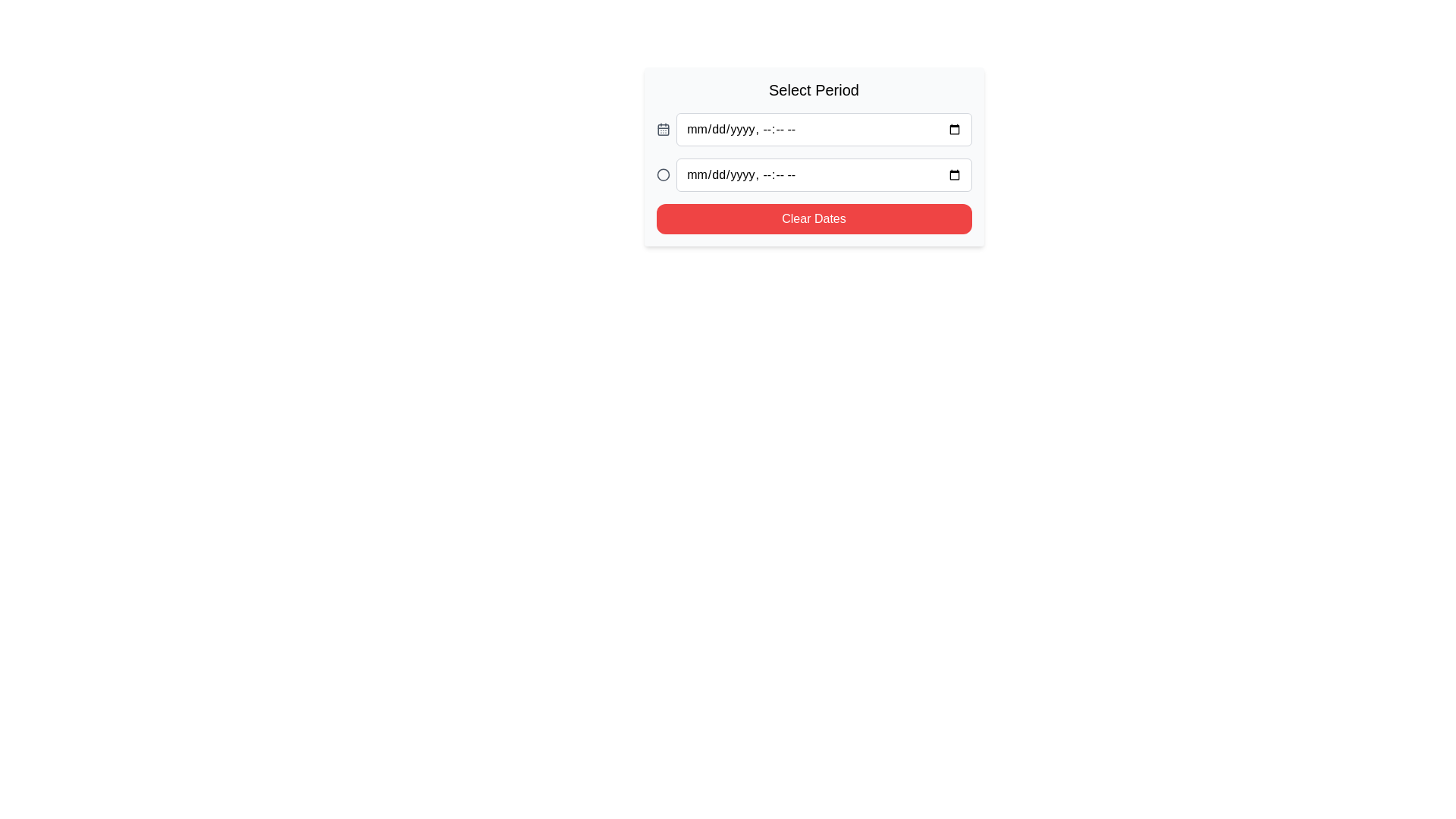 The height and width of the screenshot is (819, 1456). Describe the element at coordinates (663, 174) in the screenshot. I see `the small circular decorative icon with a gray color, located to the left of the second date input box in the 'Select Period' form` at that location.